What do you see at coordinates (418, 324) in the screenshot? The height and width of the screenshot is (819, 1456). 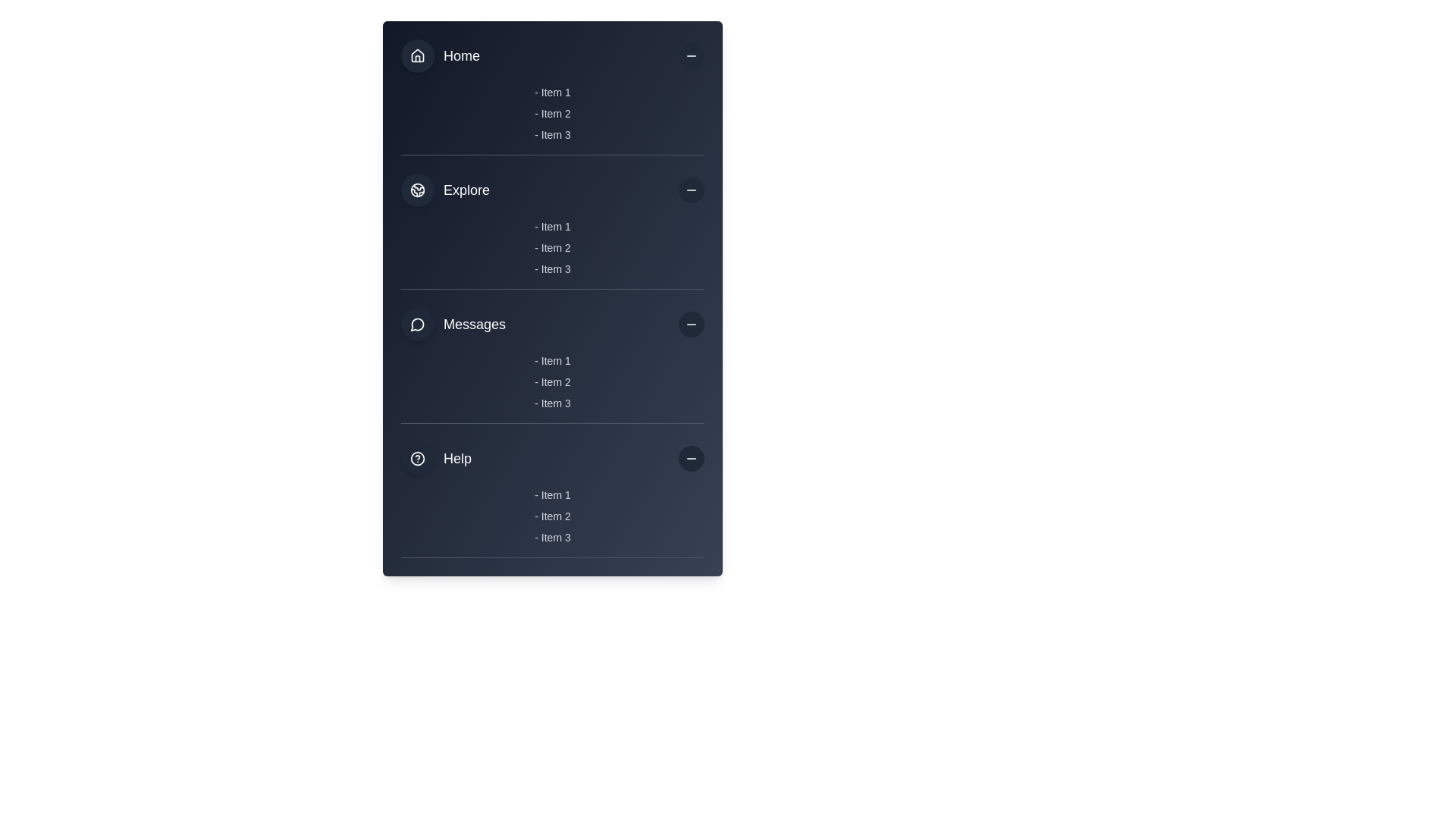 I see `the messages icon located at the top-left corner of the Messages section in the vertical navigation bar` at bounding box center [418, 324].